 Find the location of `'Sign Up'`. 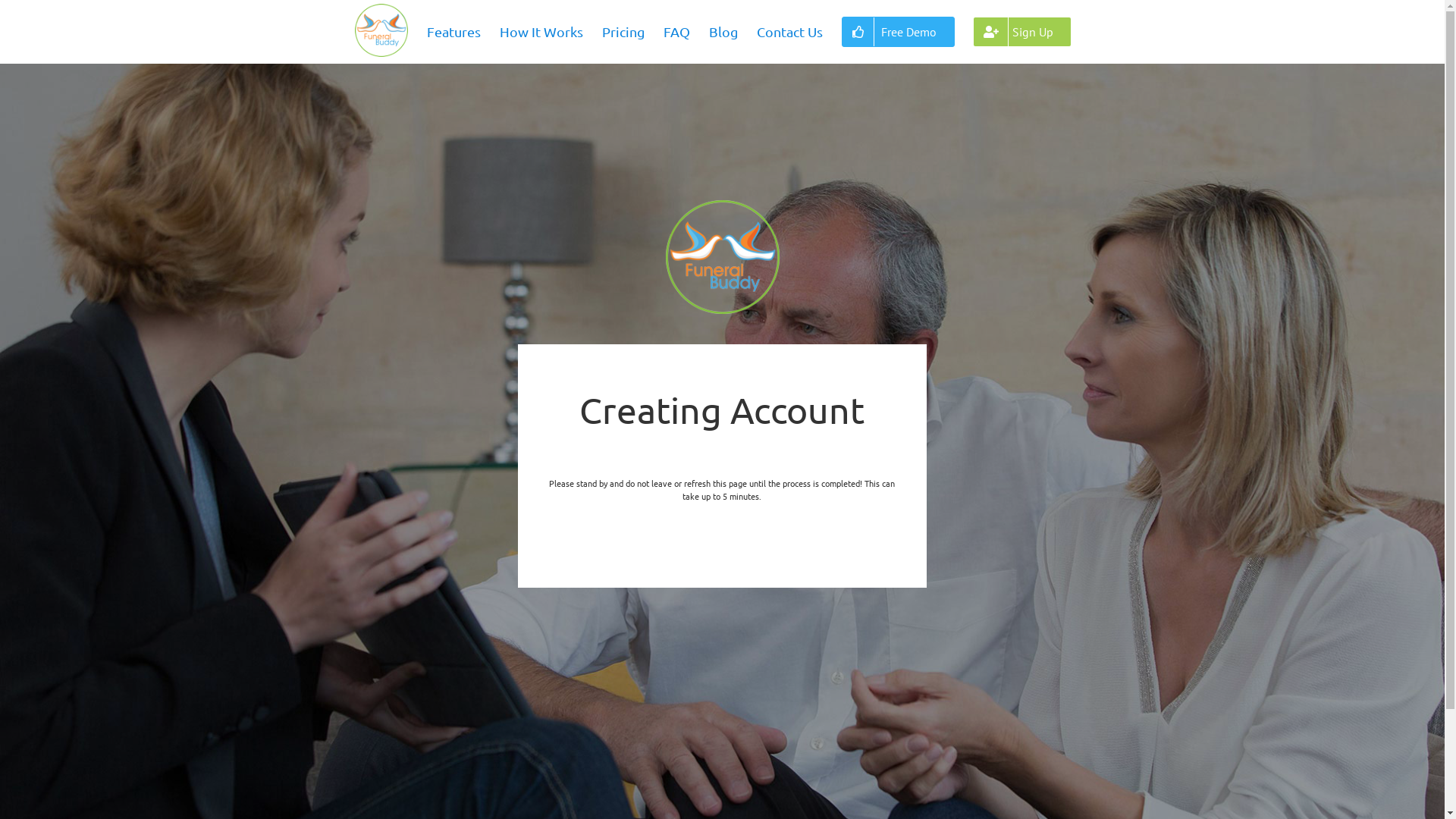

'Sign Up' is located at coordinates (1022, 32).